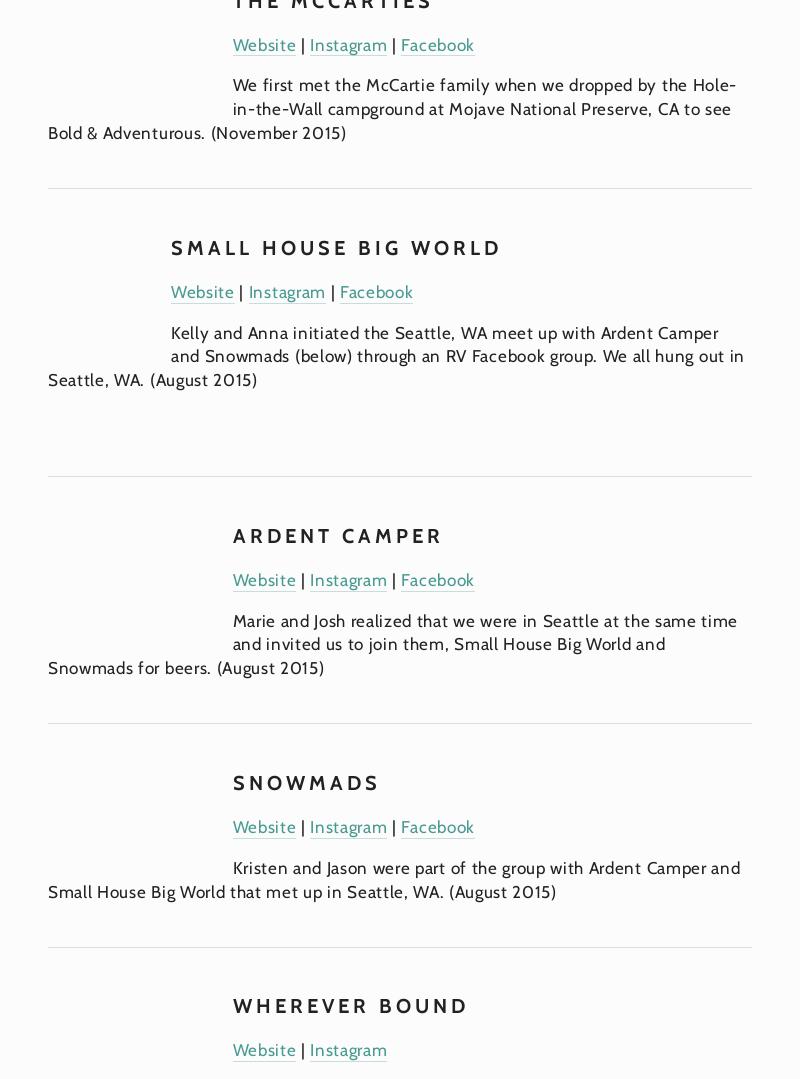 Image resolution: width=800 pixels, height=1079 pixels. Describe the element at coordinates (391, 108) in the screenshot. I see `'We first met the McCartie family when we dropped by the Hole-in-the-Wall campground at Mojave National Preserve, CA to see Bold & Adventurous. (November 2015)'` at that location.